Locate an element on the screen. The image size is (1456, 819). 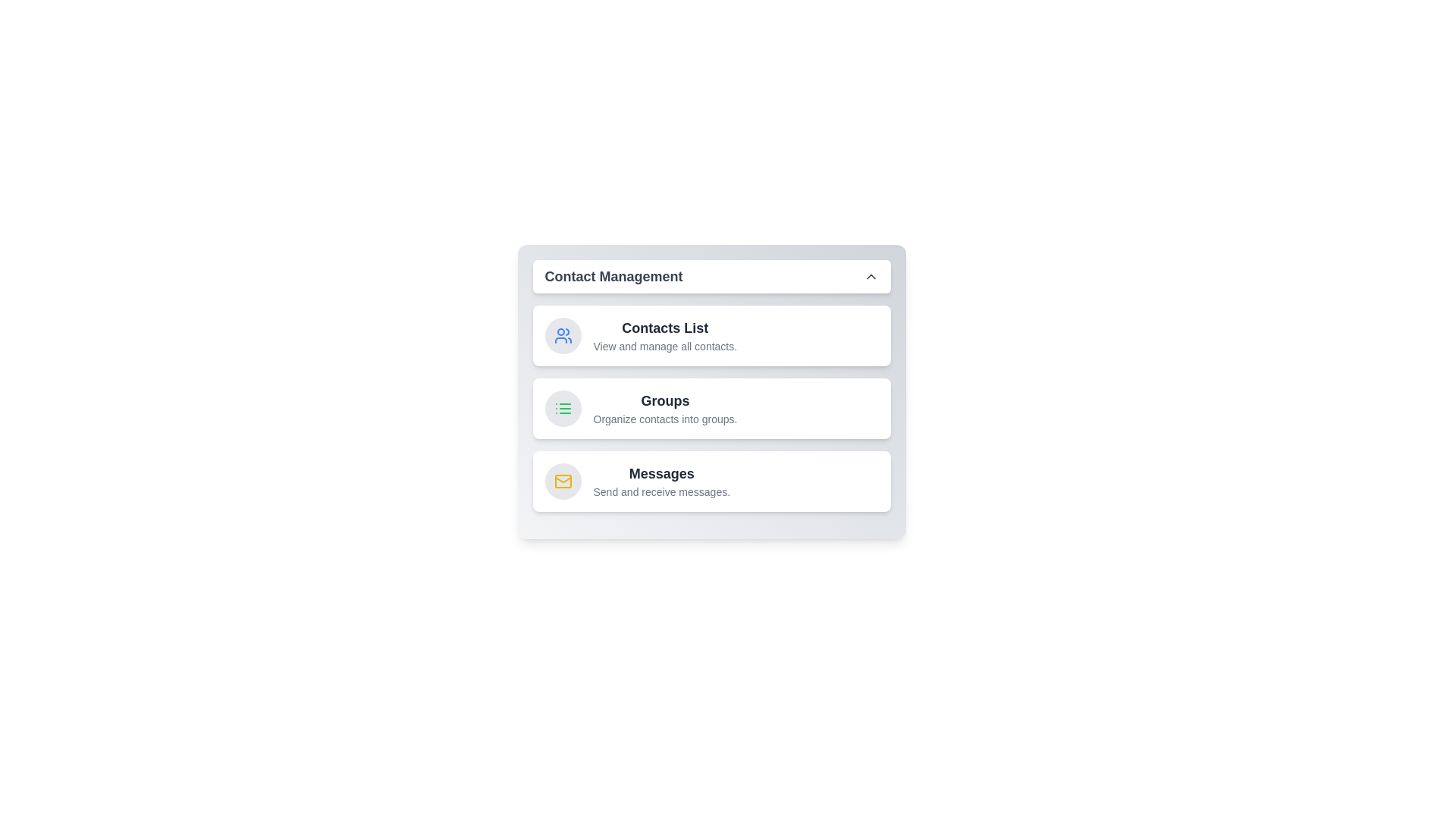
the menu item Contacts List to view its hover effect is located at coordinates (711, 335).